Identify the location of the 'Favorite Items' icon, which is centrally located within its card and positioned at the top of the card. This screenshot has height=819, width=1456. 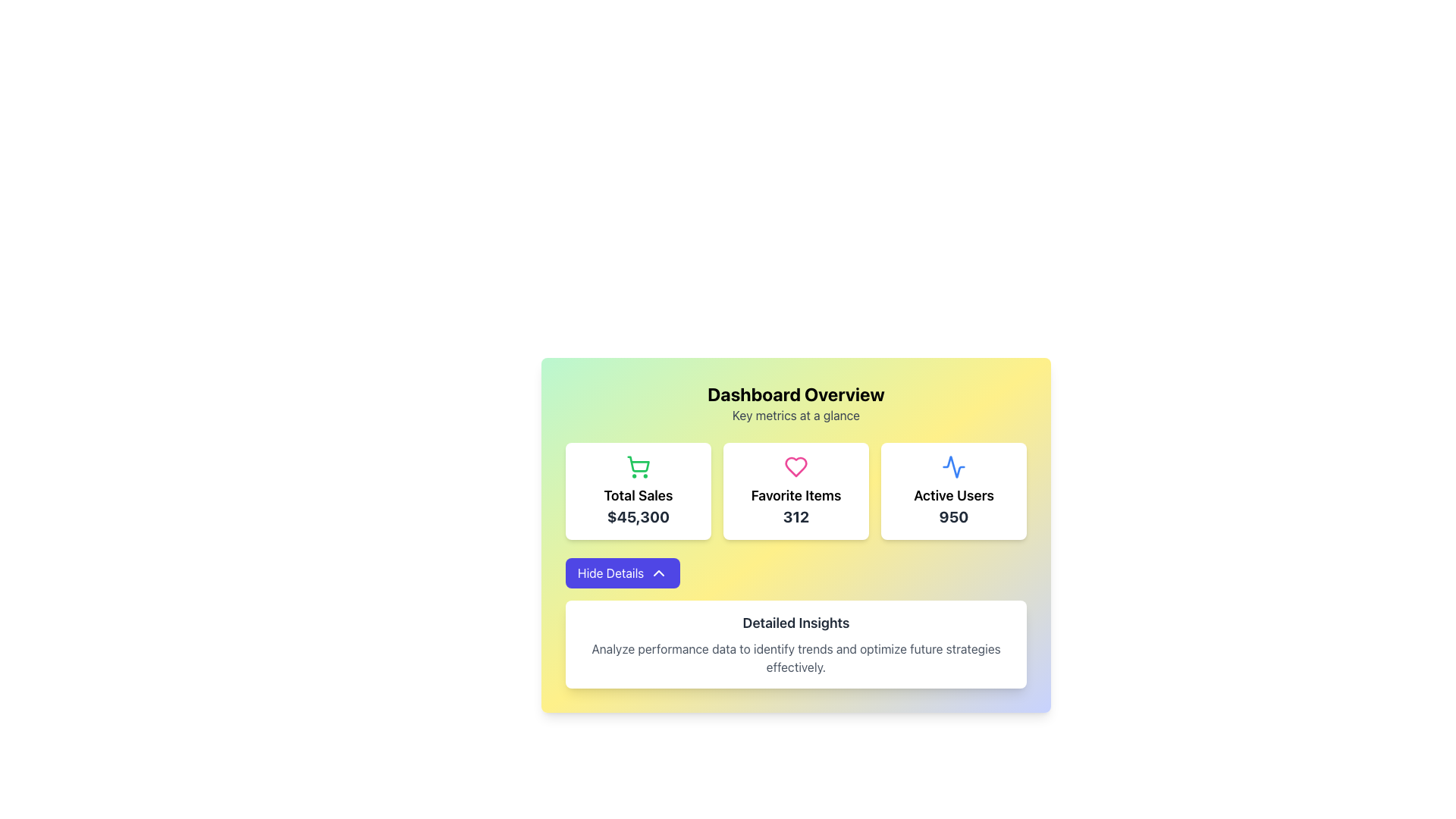
(795, 466).